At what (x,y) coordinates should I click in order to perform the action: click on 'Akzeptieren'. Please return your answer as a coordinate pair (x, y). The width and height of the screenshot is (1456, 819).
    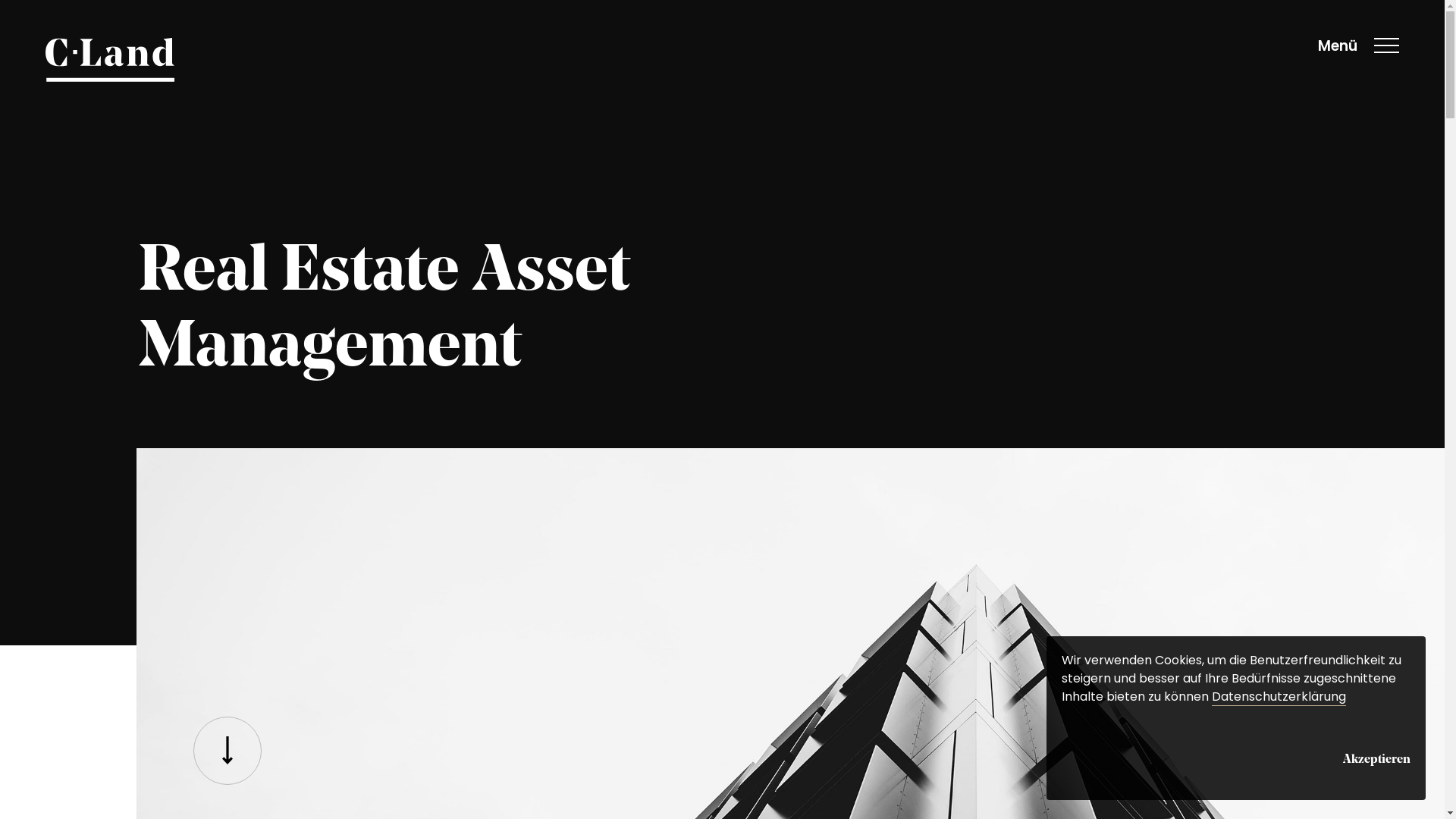
    Looking at the image, I should click on (1376, 757).